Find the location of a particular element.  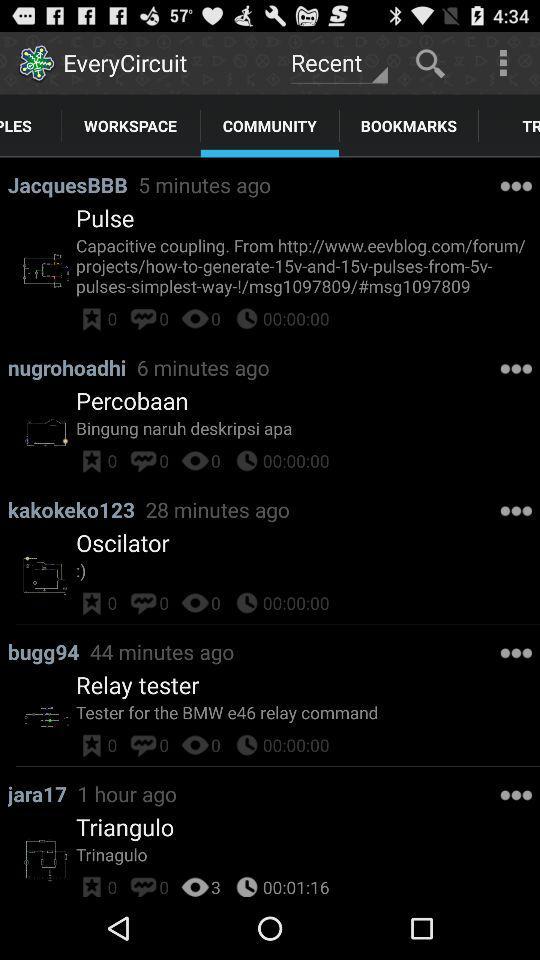

the icon above bingung naruh deskripsi item is located at coordinates (132, 399).